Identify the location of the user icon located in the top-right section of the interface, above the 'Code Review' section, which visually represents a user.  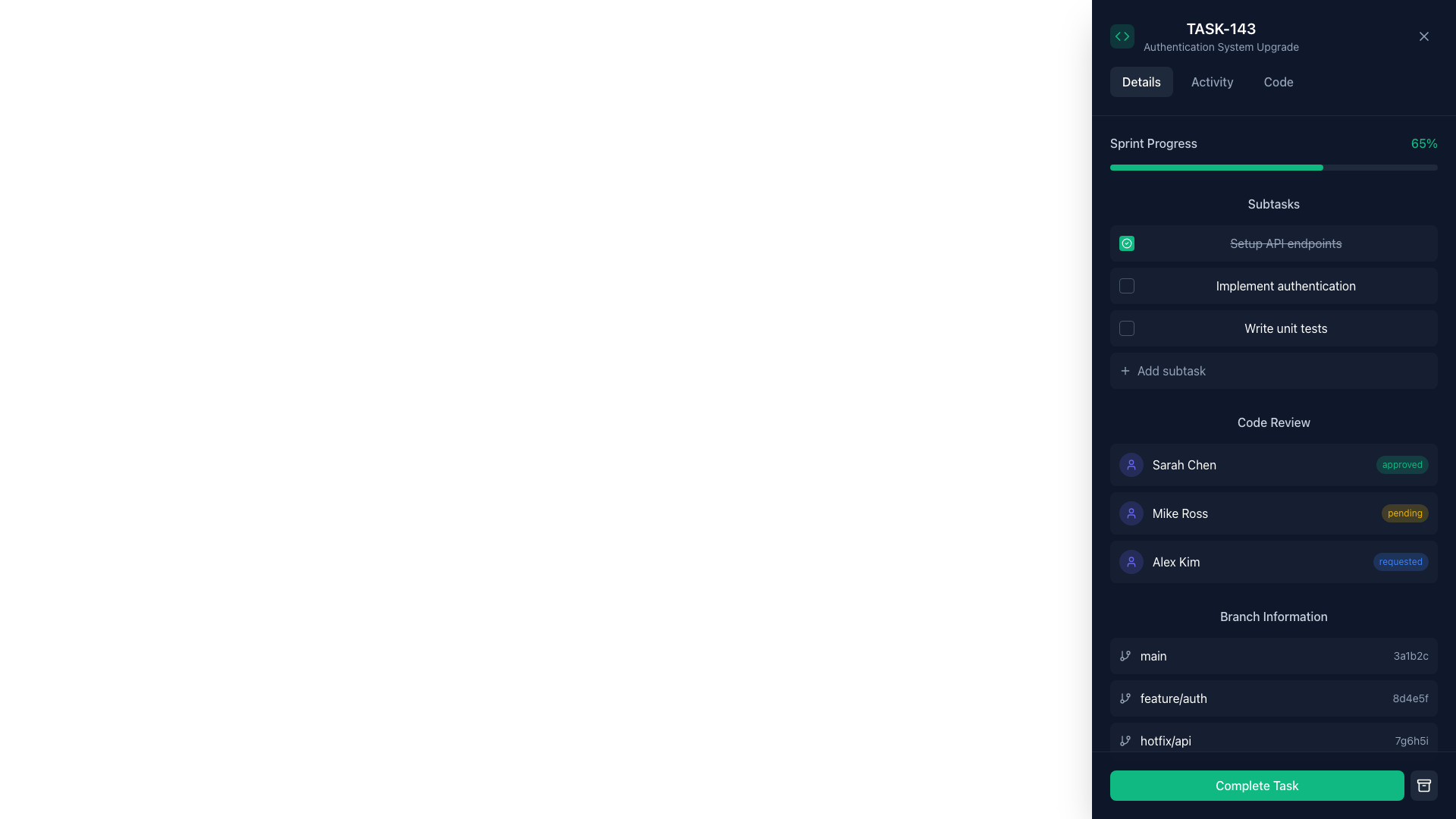
(1131, 464).